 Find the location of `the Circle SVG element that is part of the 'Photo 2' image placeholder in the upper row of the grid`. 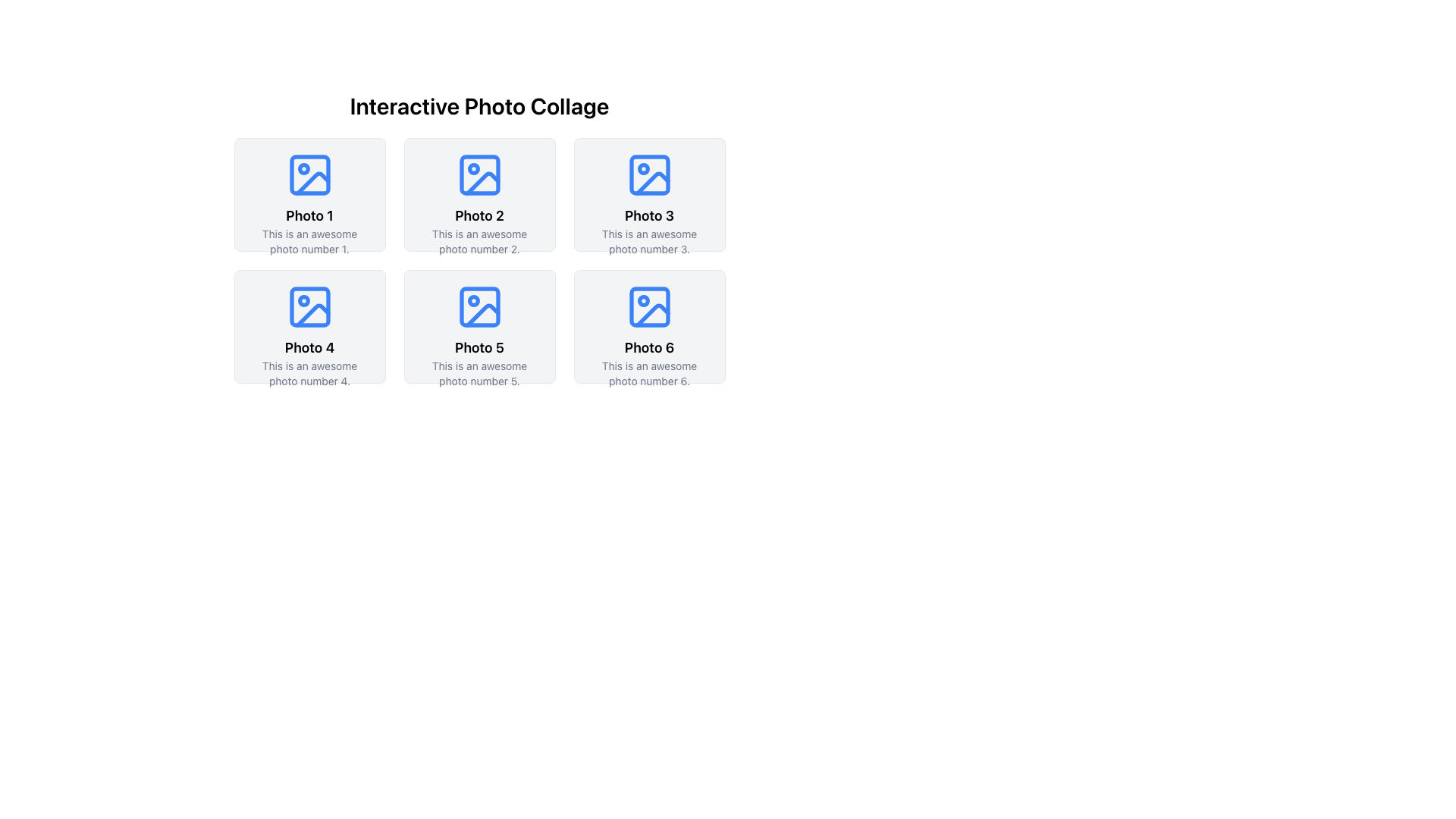

the Circle SVG element that is part of the 'Photo 2' image placeholder in the upper row of the grid is located at coordinates (472, 169).